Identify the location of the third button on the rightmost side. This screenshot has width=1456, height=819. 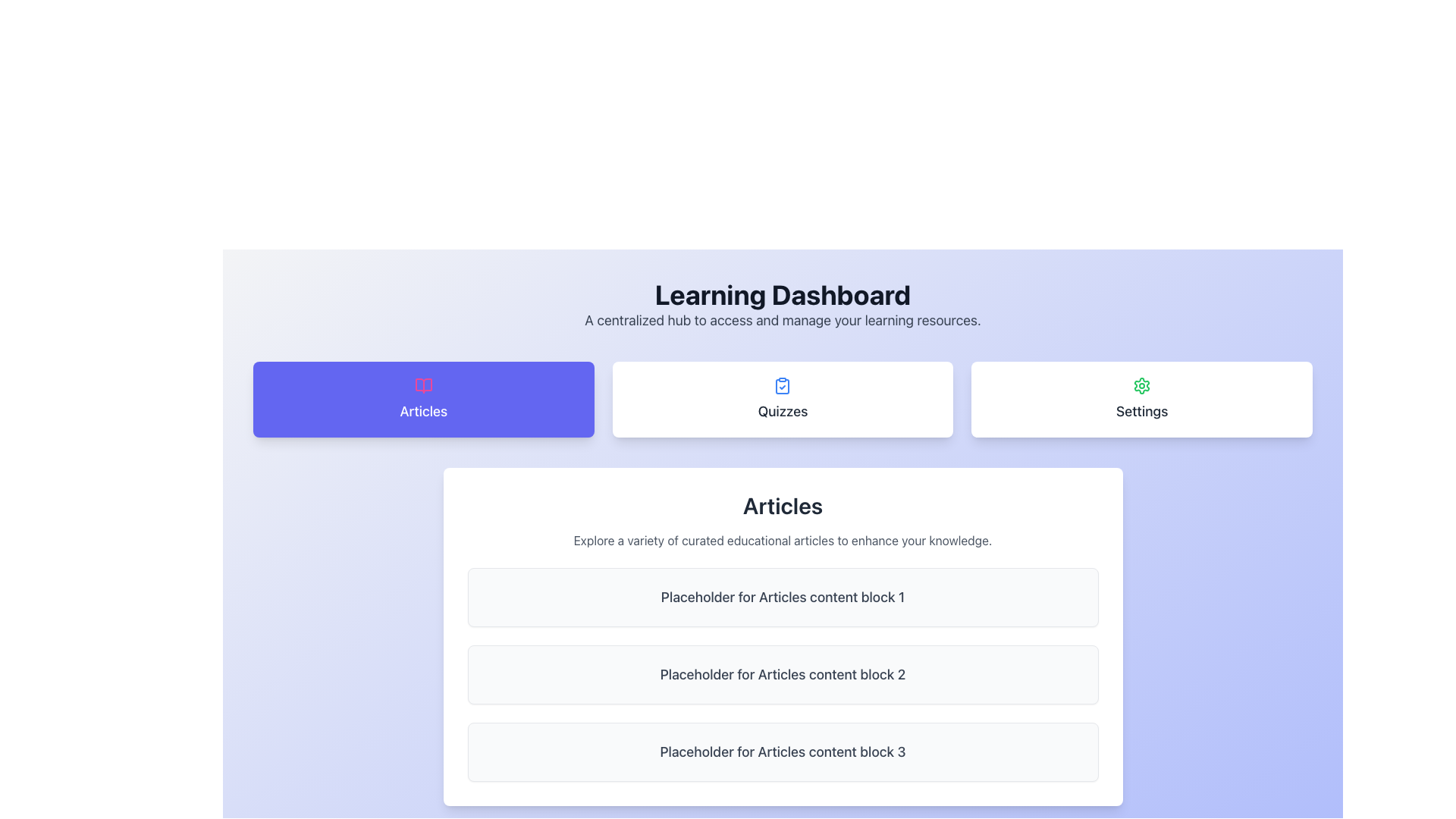
(1142, 399).